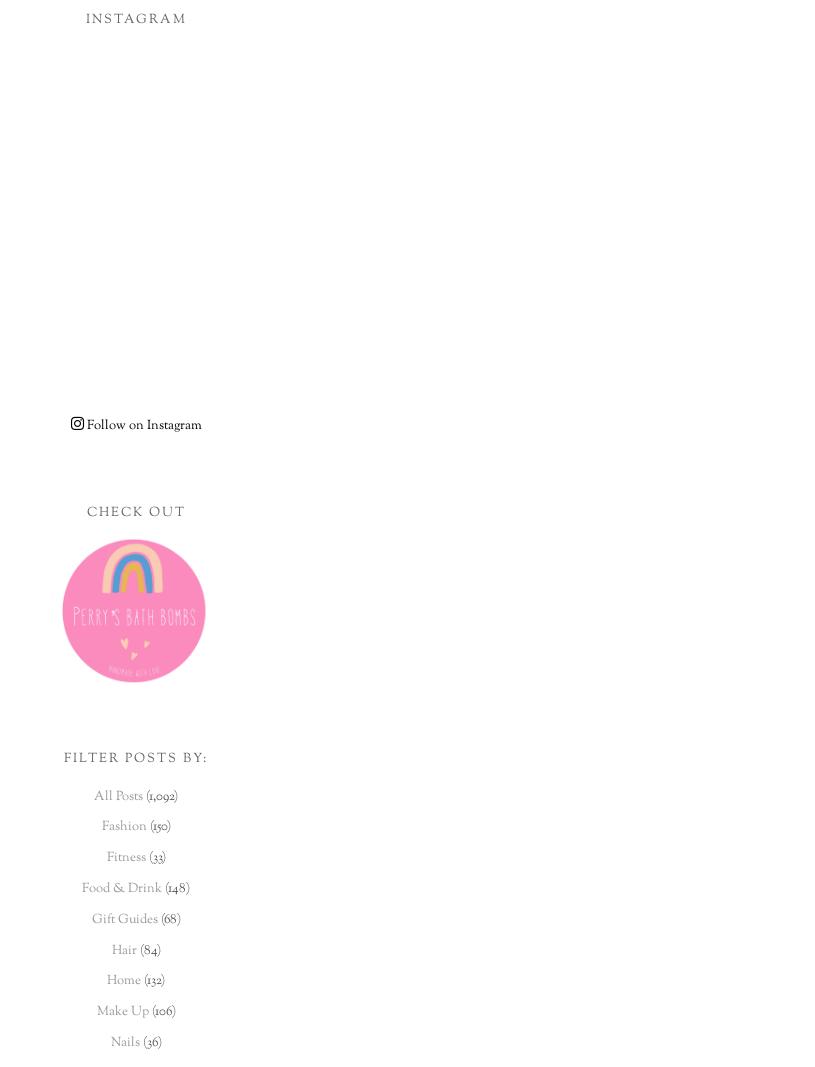  I want to click on '(36)', so click(139, 1042).